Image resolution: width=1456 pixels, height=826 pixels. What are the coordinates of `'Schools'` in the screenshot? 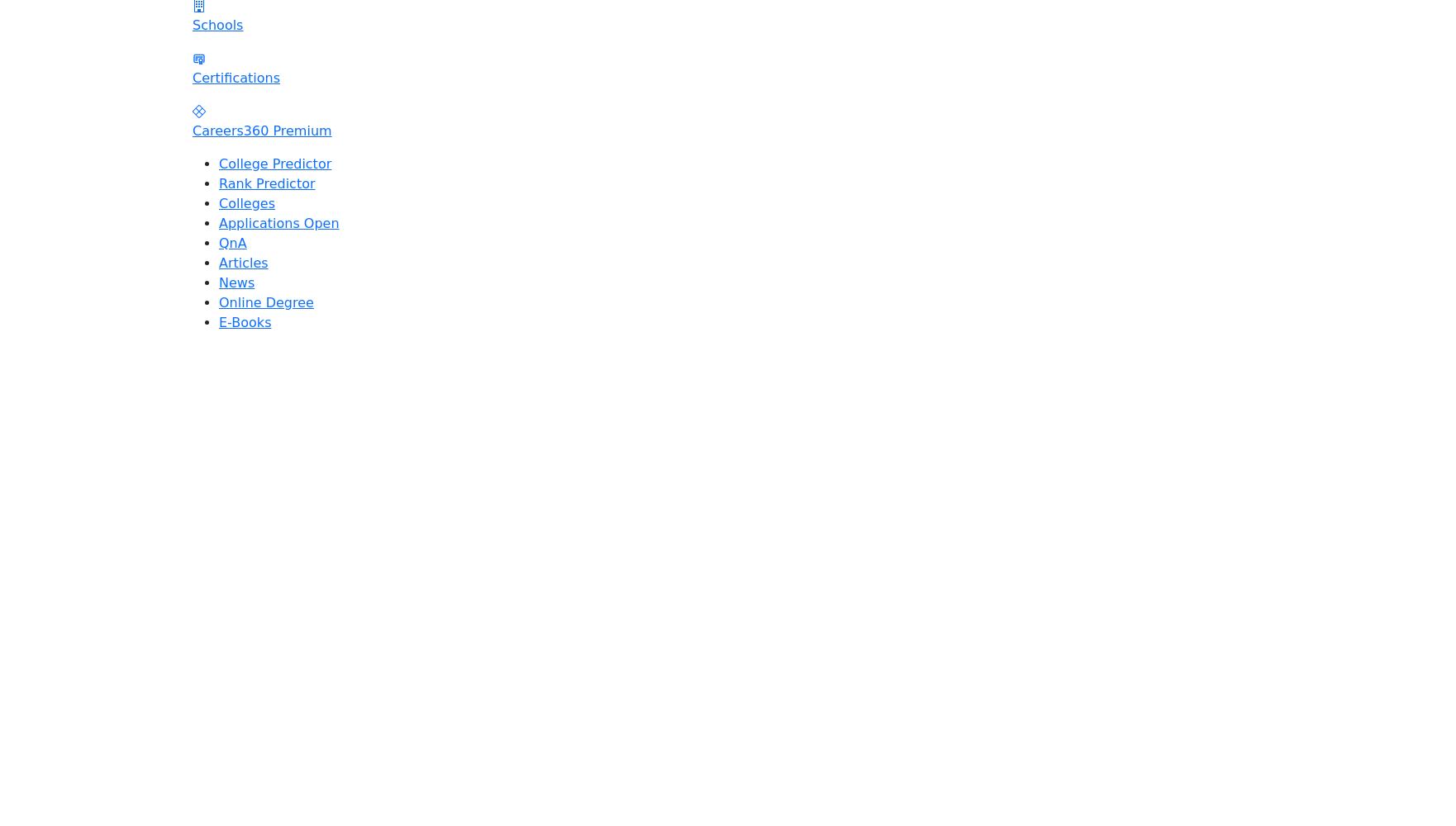 It's located at (217, 24).